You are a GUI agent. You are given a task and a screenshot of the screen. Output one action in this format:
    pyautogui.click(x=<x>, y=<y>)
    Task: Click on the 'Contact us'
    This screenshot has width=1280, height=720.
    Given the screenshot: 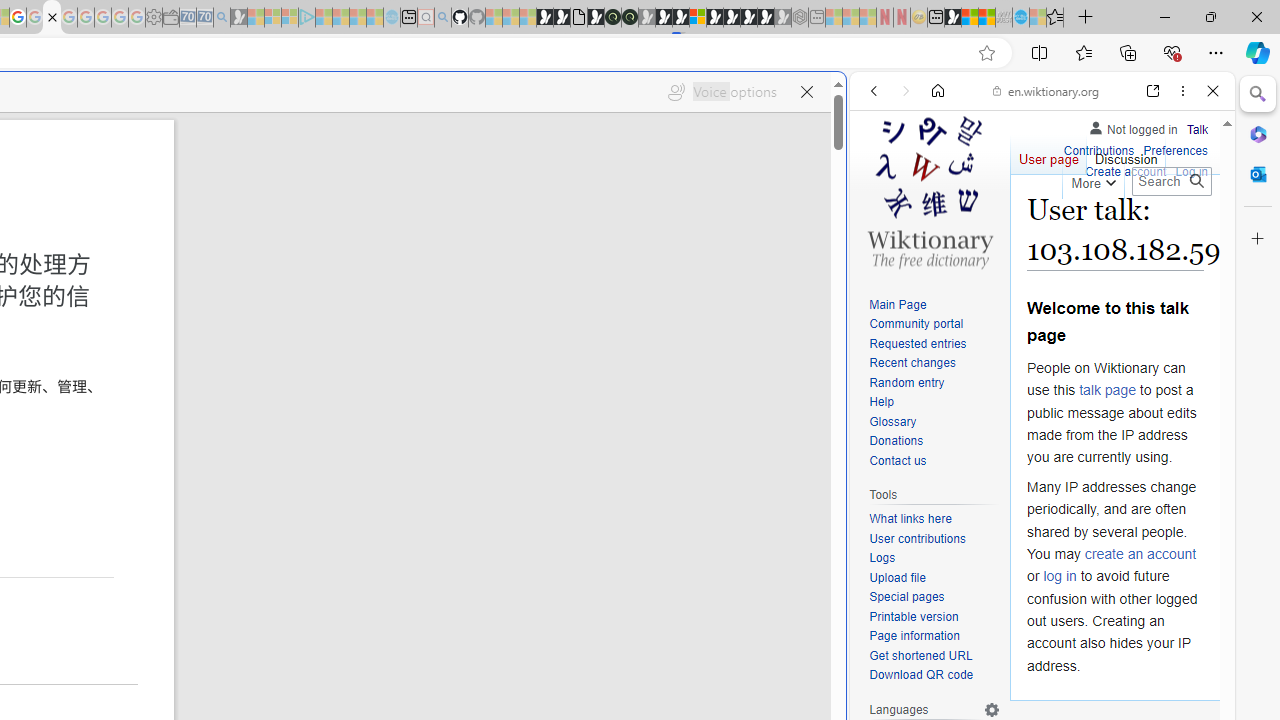 What is the action you would take?
    pyautogui.click(x=896, y=460)
    